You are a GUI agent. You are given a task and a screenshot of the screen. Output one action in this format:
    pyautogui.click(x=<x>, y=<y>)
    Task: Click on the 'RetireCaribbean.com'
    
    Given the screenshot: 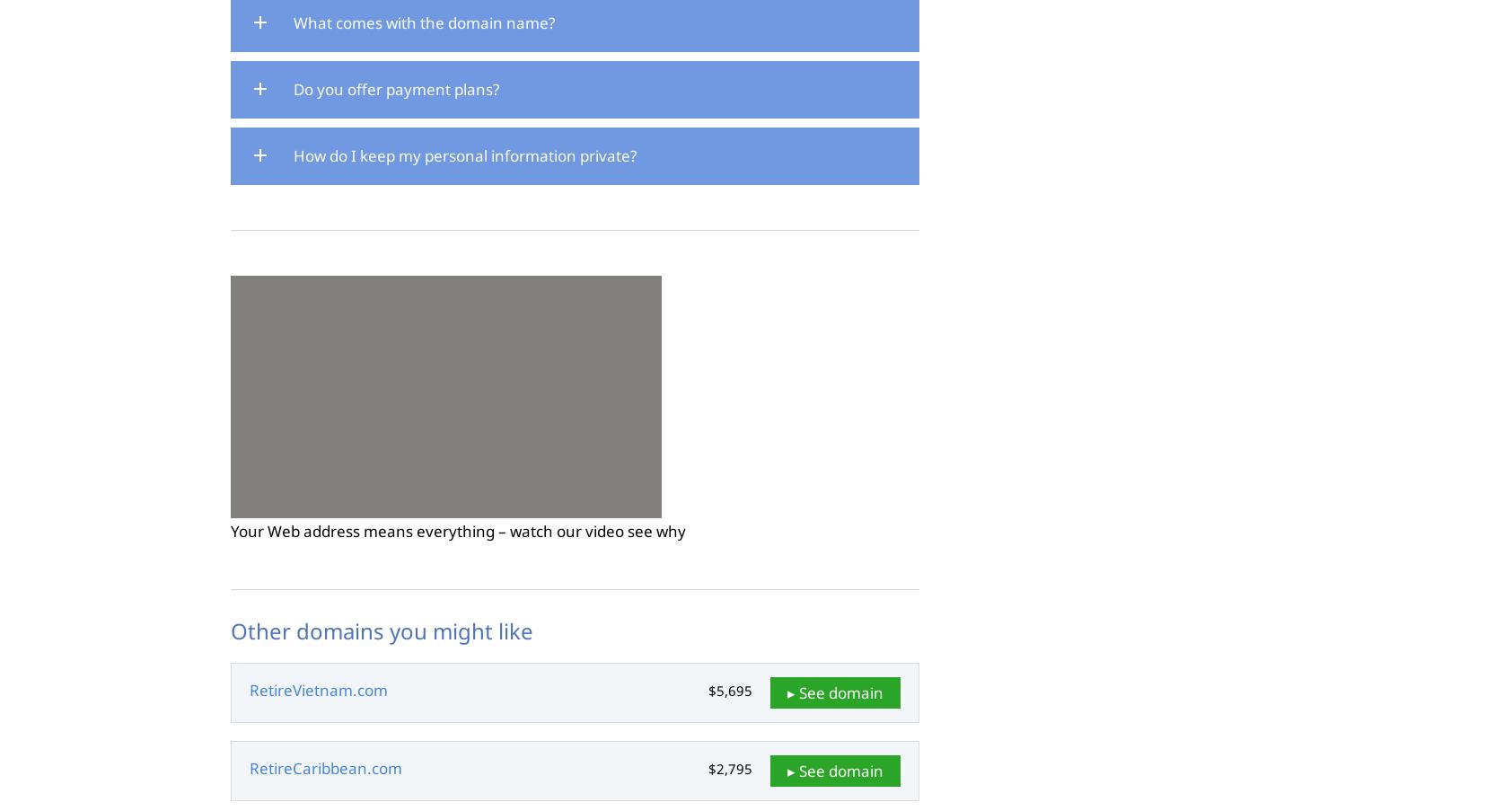 What is the action you would take?
    pyautogui.click(x=250, y=768)
    